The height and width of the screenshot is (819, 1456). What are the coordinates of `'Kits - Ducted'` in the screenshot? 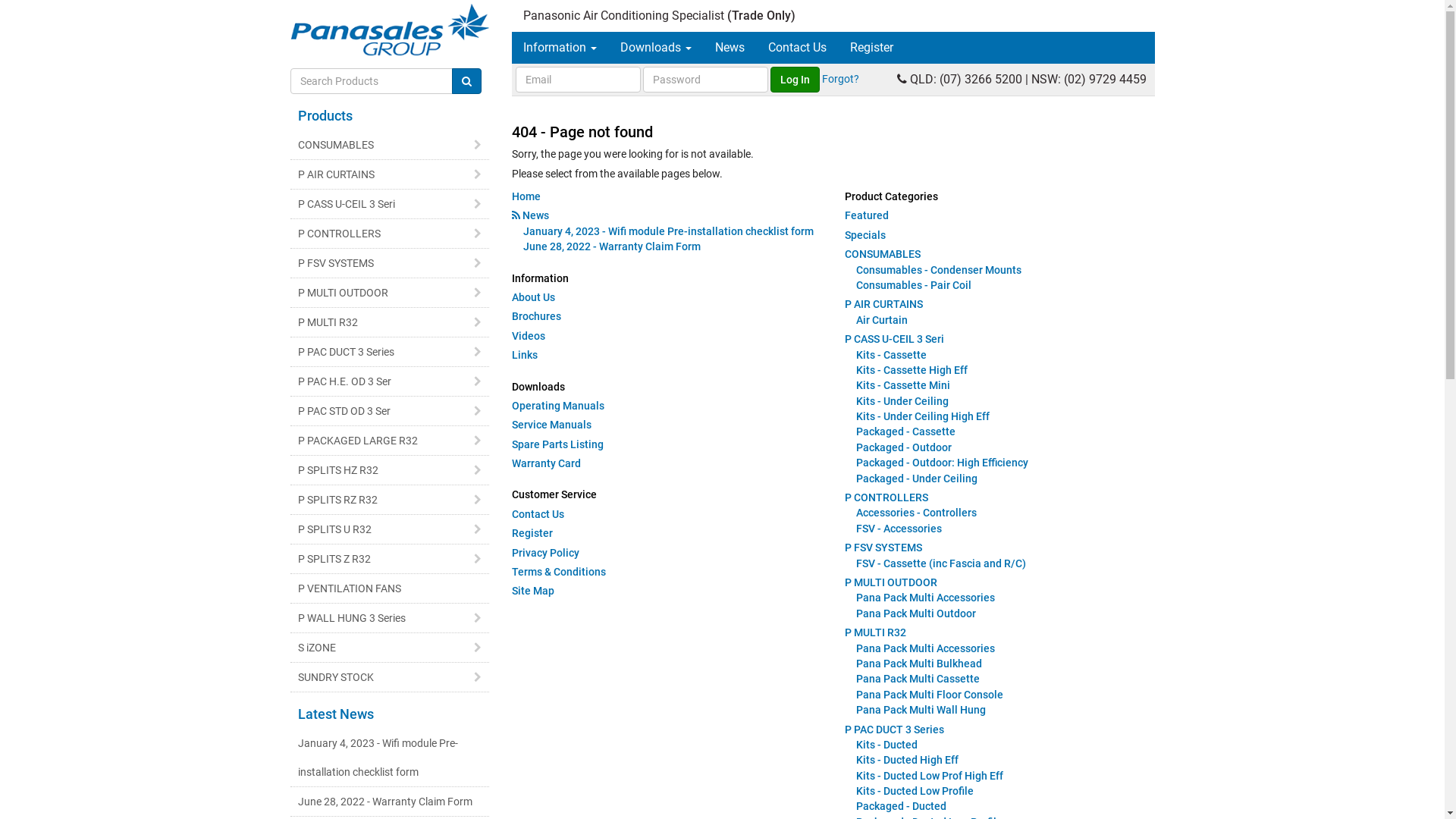 It's located at (886, 744).